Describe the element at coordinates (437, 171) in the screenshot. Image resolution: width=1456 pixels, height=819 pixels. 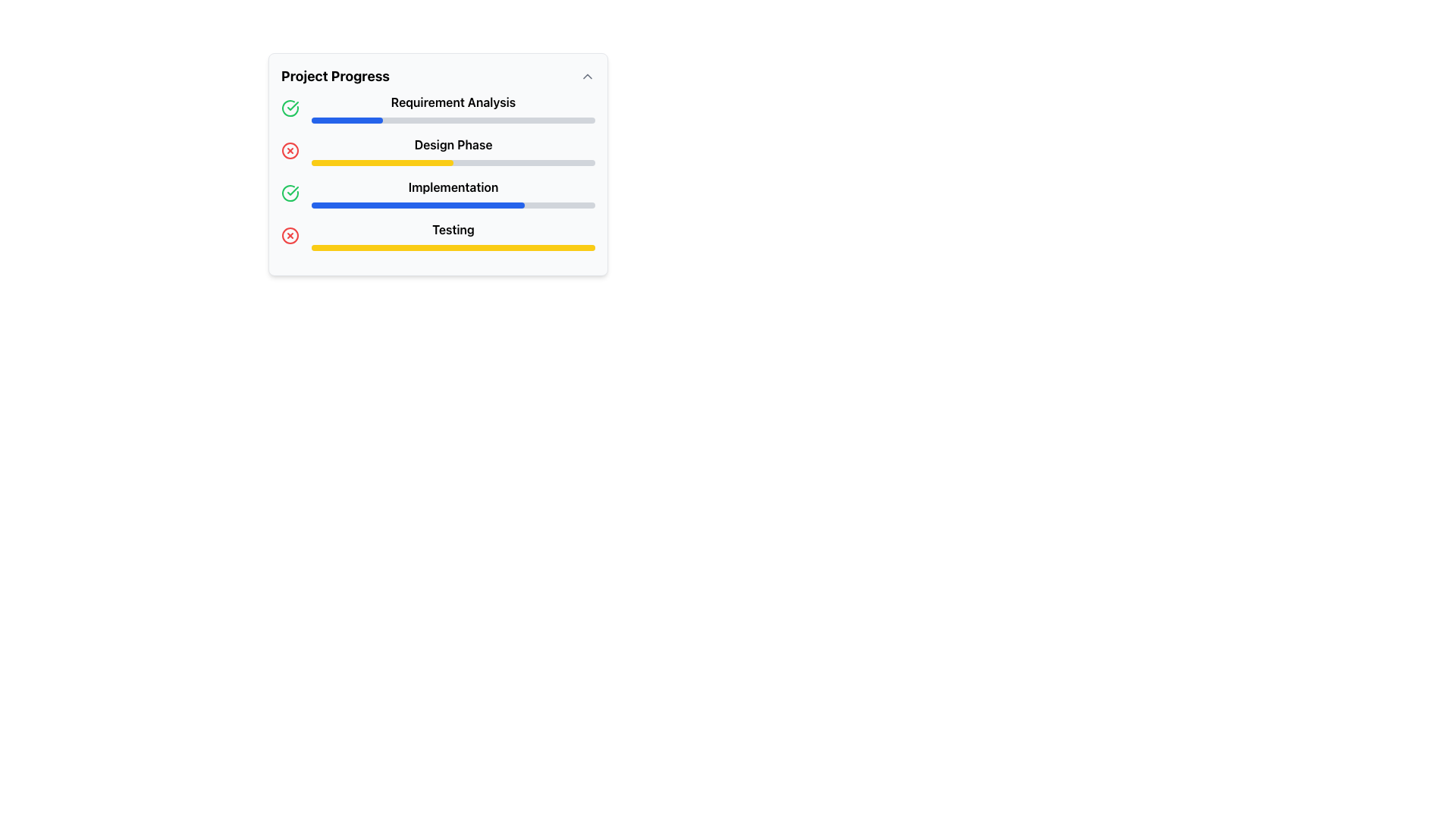
I see `the progress details of the Progress Tracker, which includes four labeled progress bars for 'Requirement Analysis,' 'Design Phase,' 'Implementation,' and 'Testing.'` at that location.